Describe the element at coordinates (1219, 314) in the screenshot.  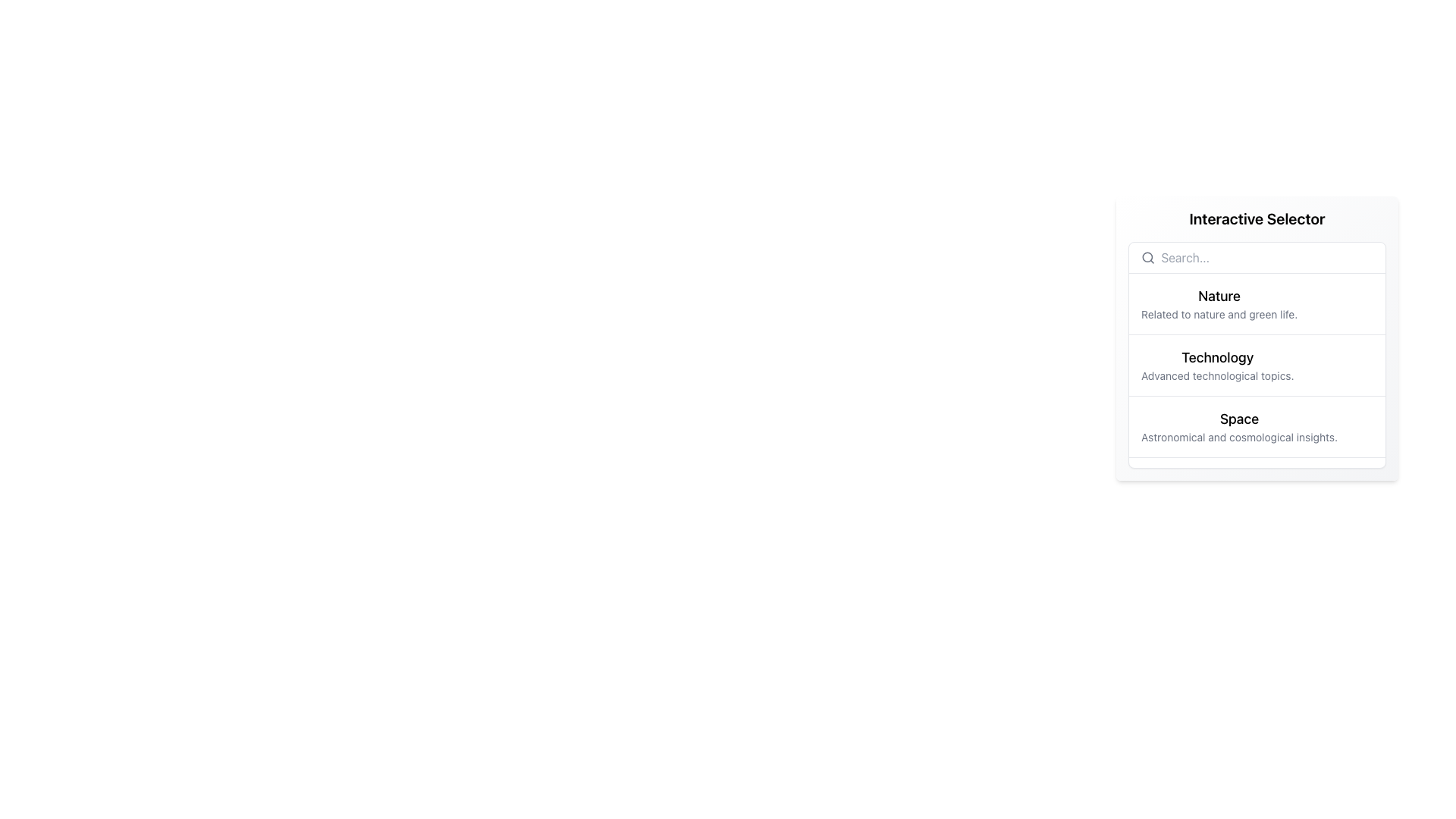
I see `the static label displaying the text 'Related to nature and green life.' which is located beneath the heading 'Nature'` at that location.